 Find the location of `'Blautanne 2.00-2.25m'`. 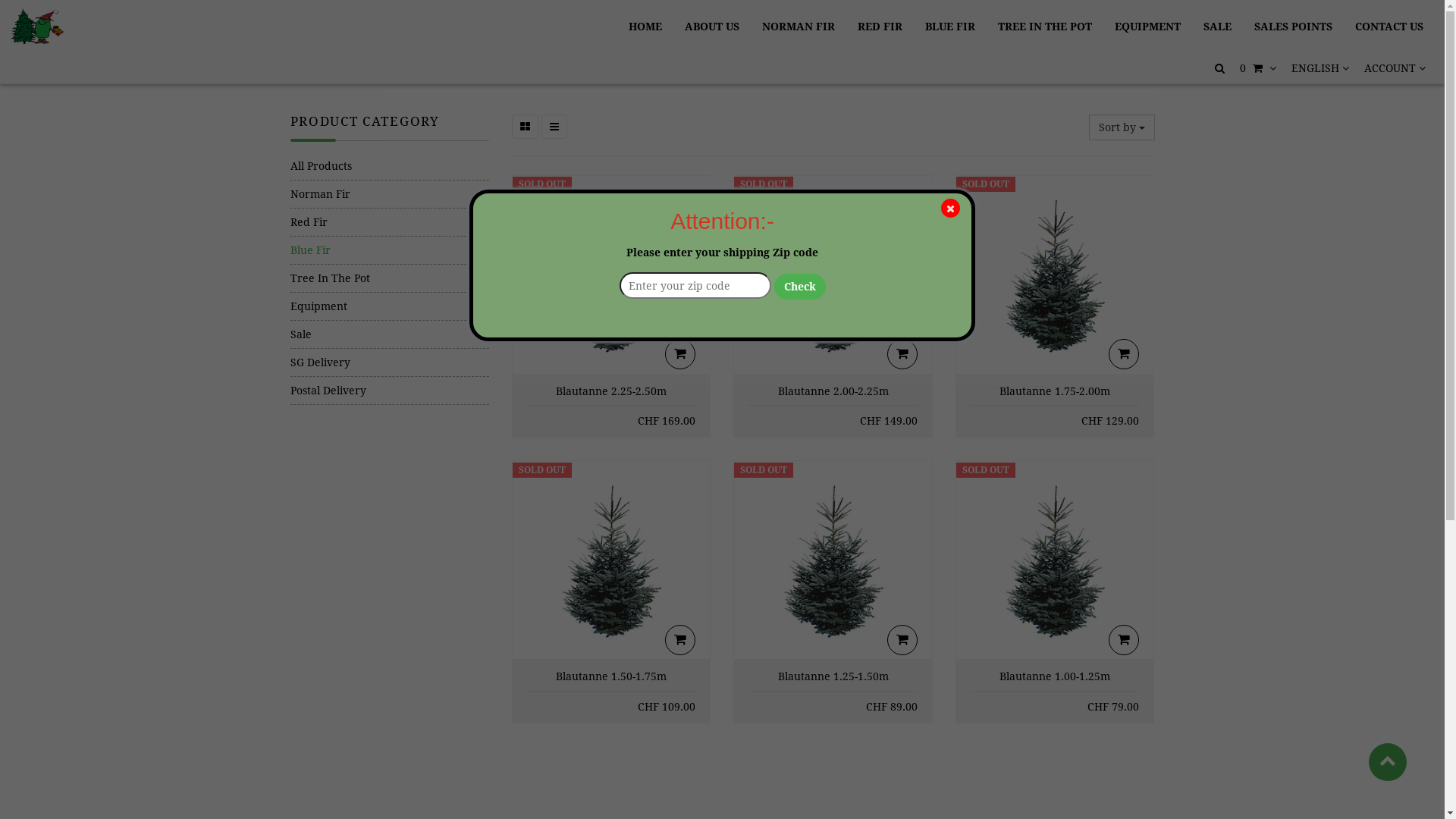

'Blautanne 2.00-2.25m' is located at coordinates (833, 391).